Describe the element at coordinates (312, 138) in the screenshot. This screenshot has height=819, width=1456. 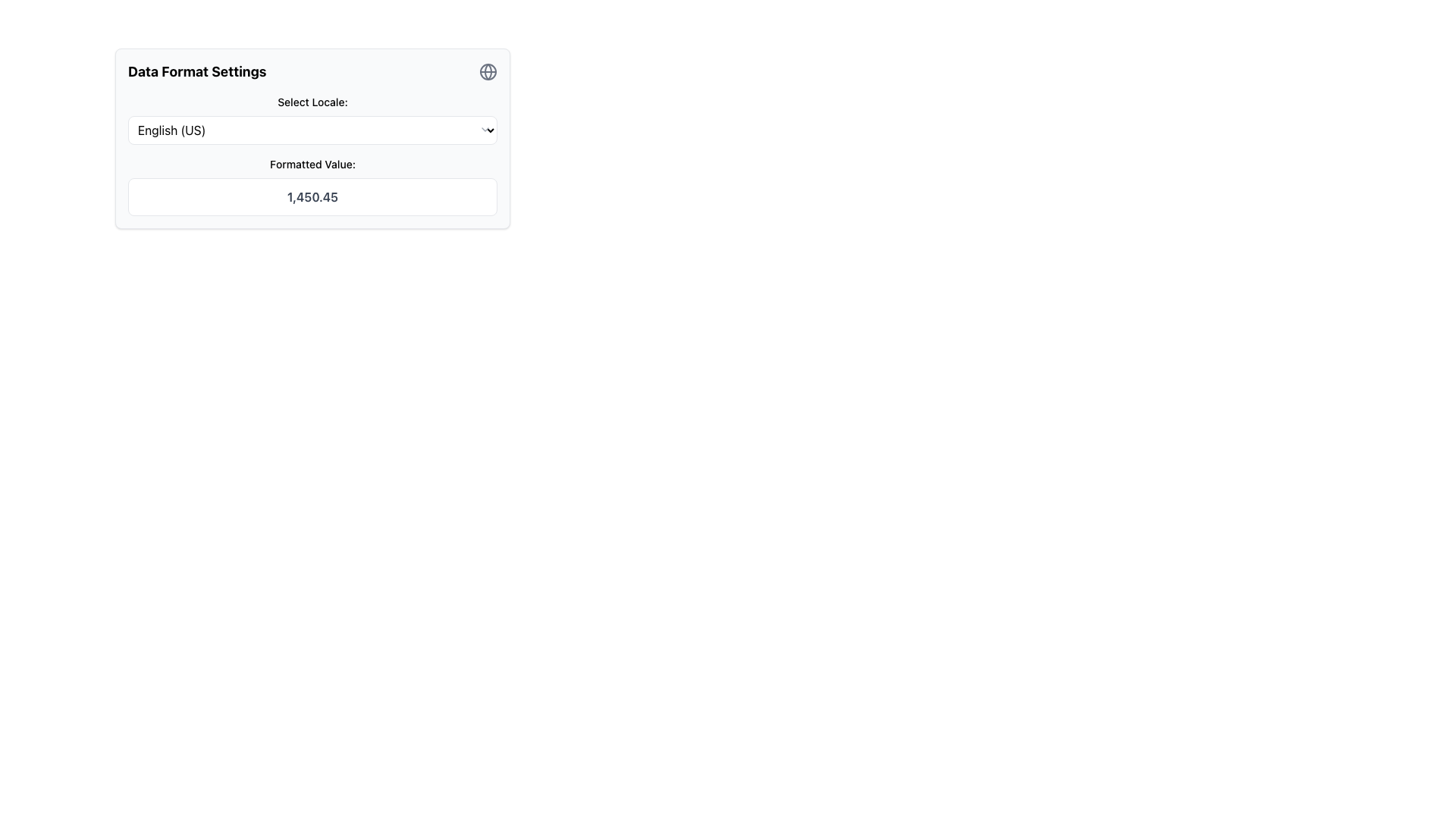
I see `formatted value from the Data Format Settings configuration panel, which is located below the dropdown and above the formatted value field` at that location.